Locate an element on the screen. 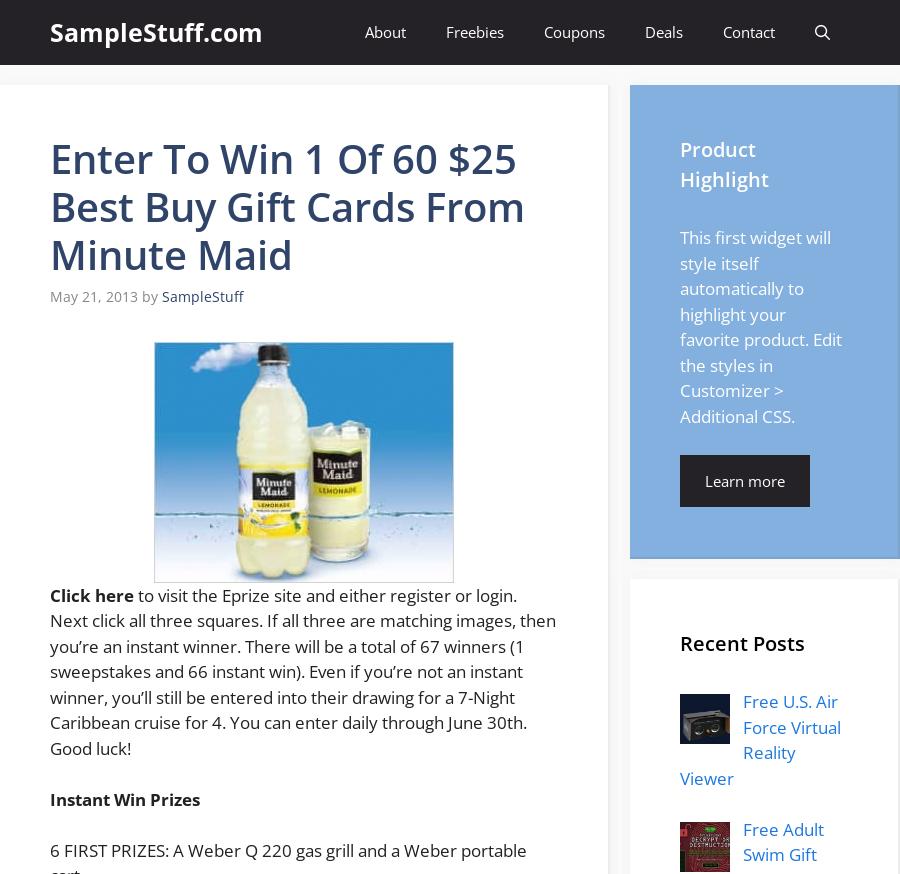 This screenshot has width=900, height=874. 'May 21, 2013' is located at coordinates (49, 295).